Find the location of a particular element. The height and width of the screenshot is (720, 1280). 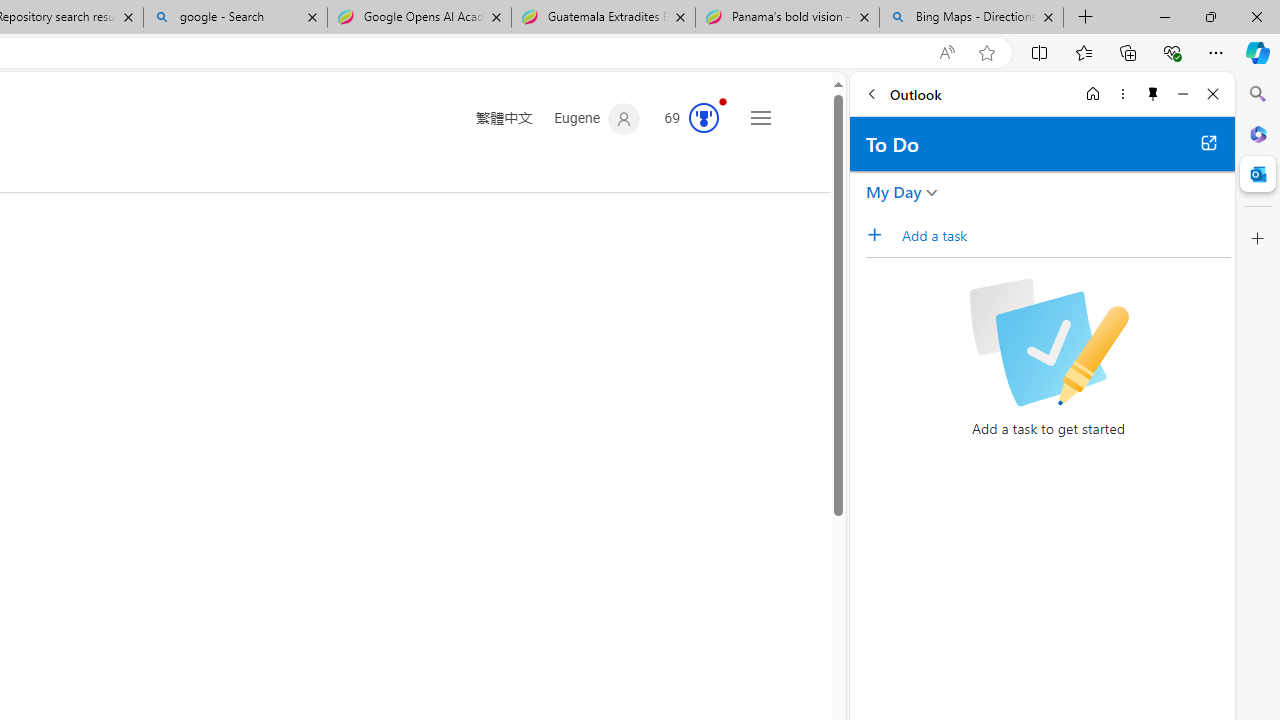

'AutomationID: serp_medal_svg' is located at coordinates (704, 118).